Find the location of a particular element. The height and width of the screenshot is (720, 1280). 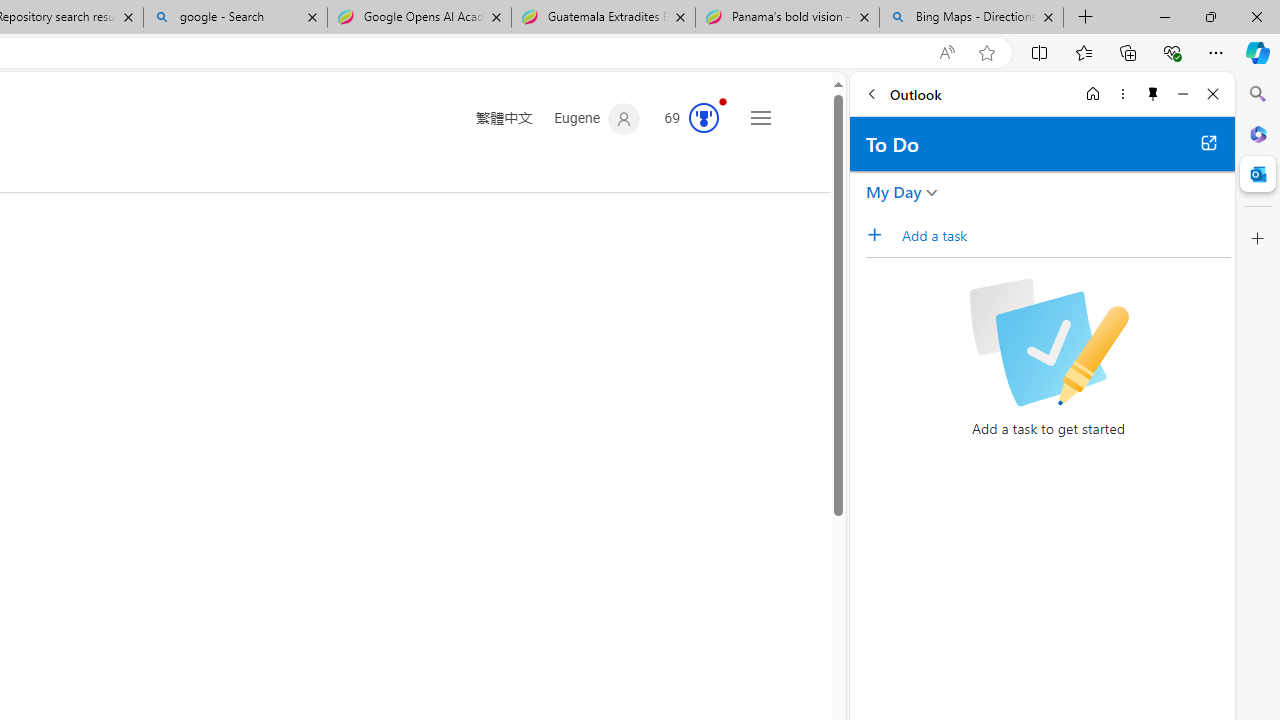

'AutomationID: serp_medal_svg' is located at coordinates (704, 118).